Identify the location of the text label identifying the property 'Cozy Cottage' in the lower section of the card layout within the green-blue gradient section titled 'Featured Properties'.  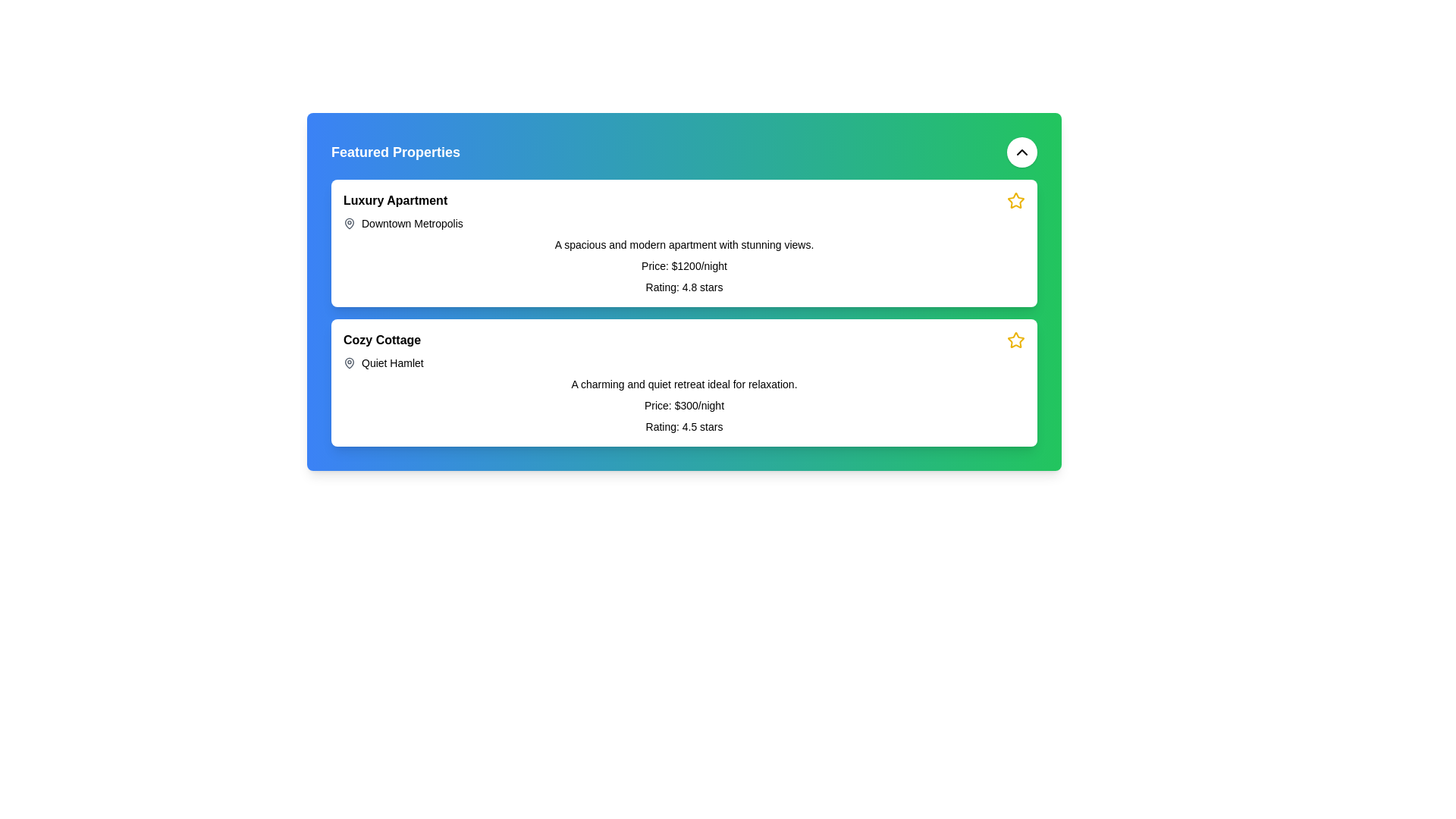
(382, 339).